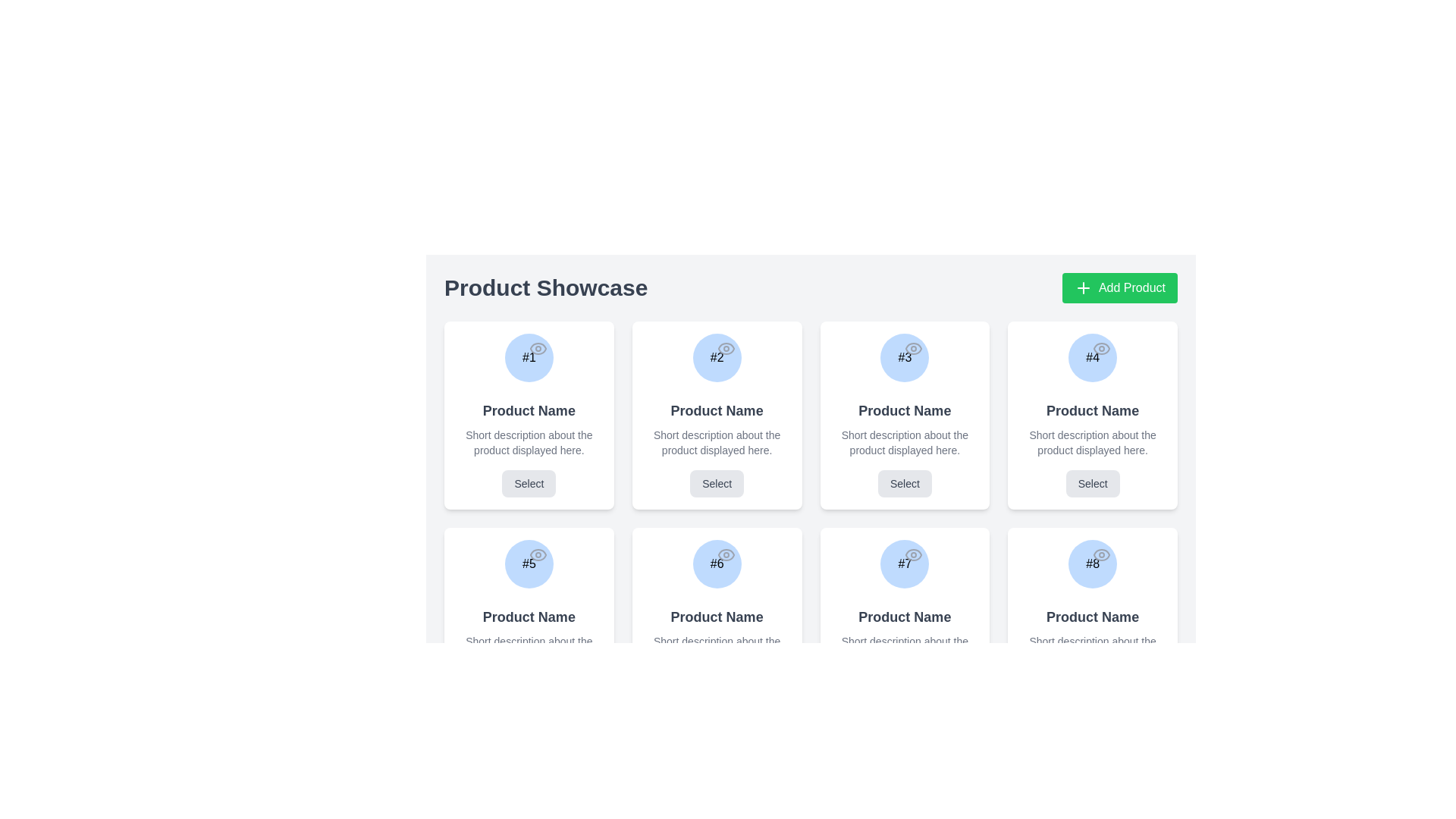 The width and height of the screenshot is (1456, 819). I want to click on the text label displaying 'Short description about the product displayed here.' located in the third product card of the first row, positioned between the 'Product Name' and 'Select' button, so click(905, 442).